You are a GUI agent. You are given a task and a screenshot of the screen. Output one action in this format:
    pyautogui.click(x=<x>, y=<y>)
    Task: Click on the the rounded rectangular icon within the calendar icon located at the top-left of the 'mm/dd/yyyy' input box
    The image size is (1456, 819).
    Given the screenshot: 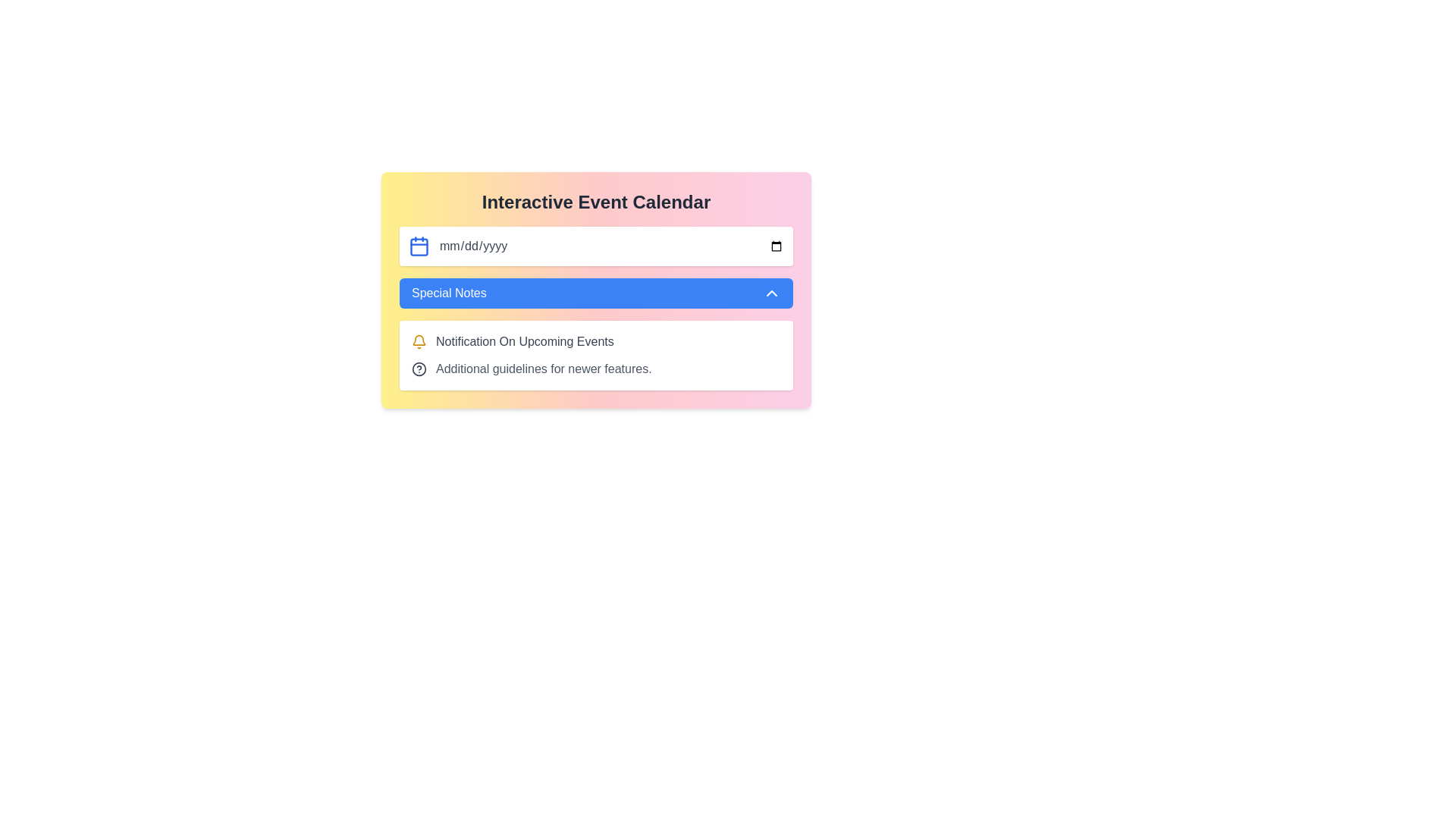 What is the action you would take?
    pyautogui.click(x=419, y=246)
    